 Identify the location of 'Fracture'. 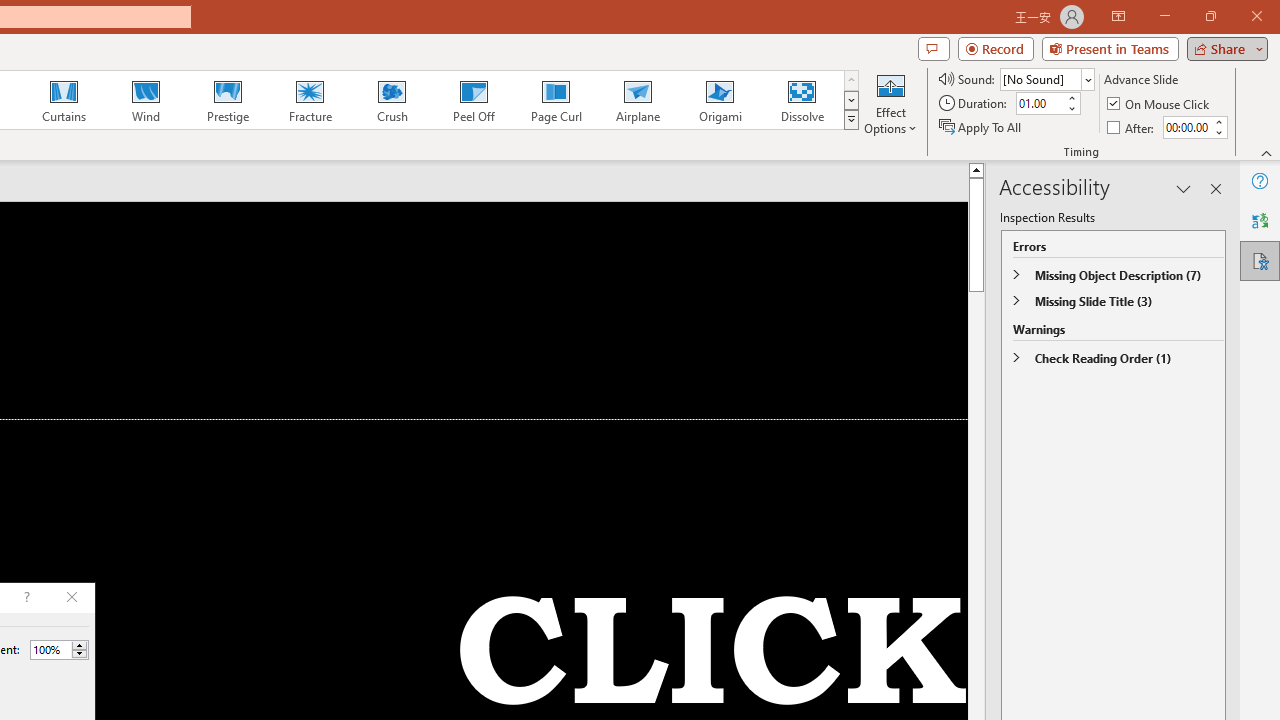
(308, 100).